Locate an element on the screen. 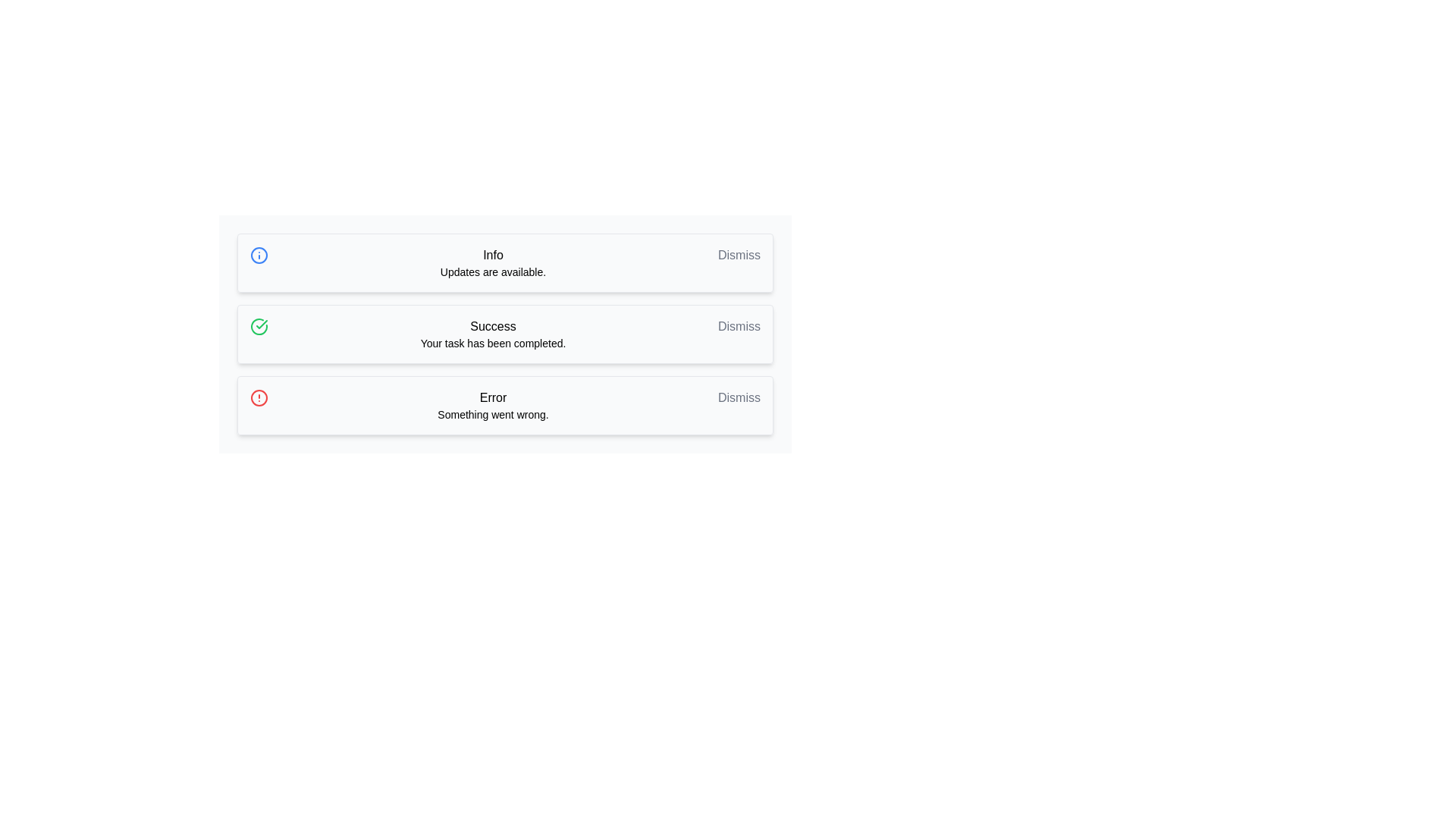 The image size is (1456, 819). the Text Display element that shows 'Info' in bold and 'Updates are available.' in a notification box with a light blue background is located at coordinates (493, 262).